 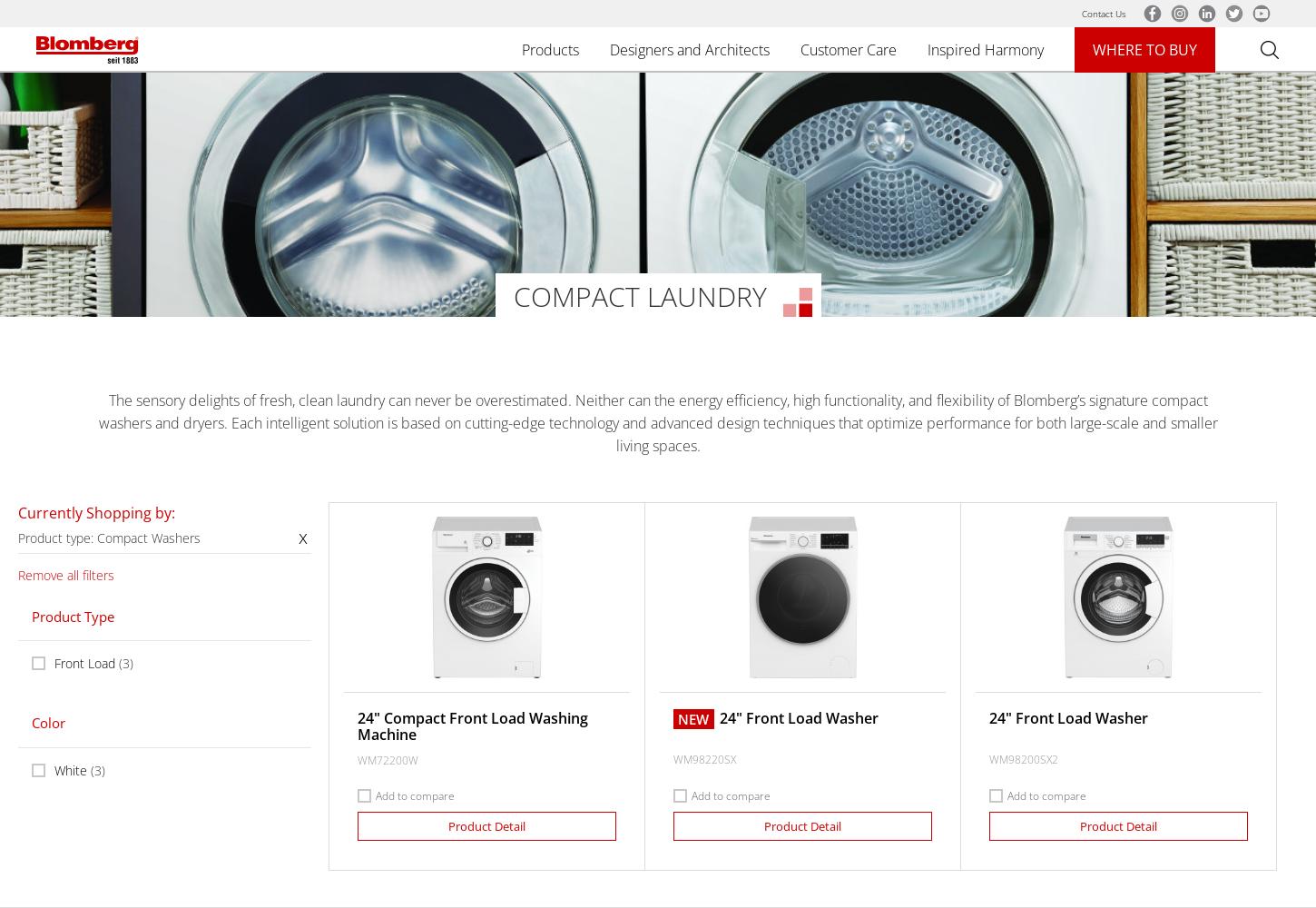 What do you see at coordinates (297, 535) in the screenshot?
I see `'x'` at bounding box center [297, 535].